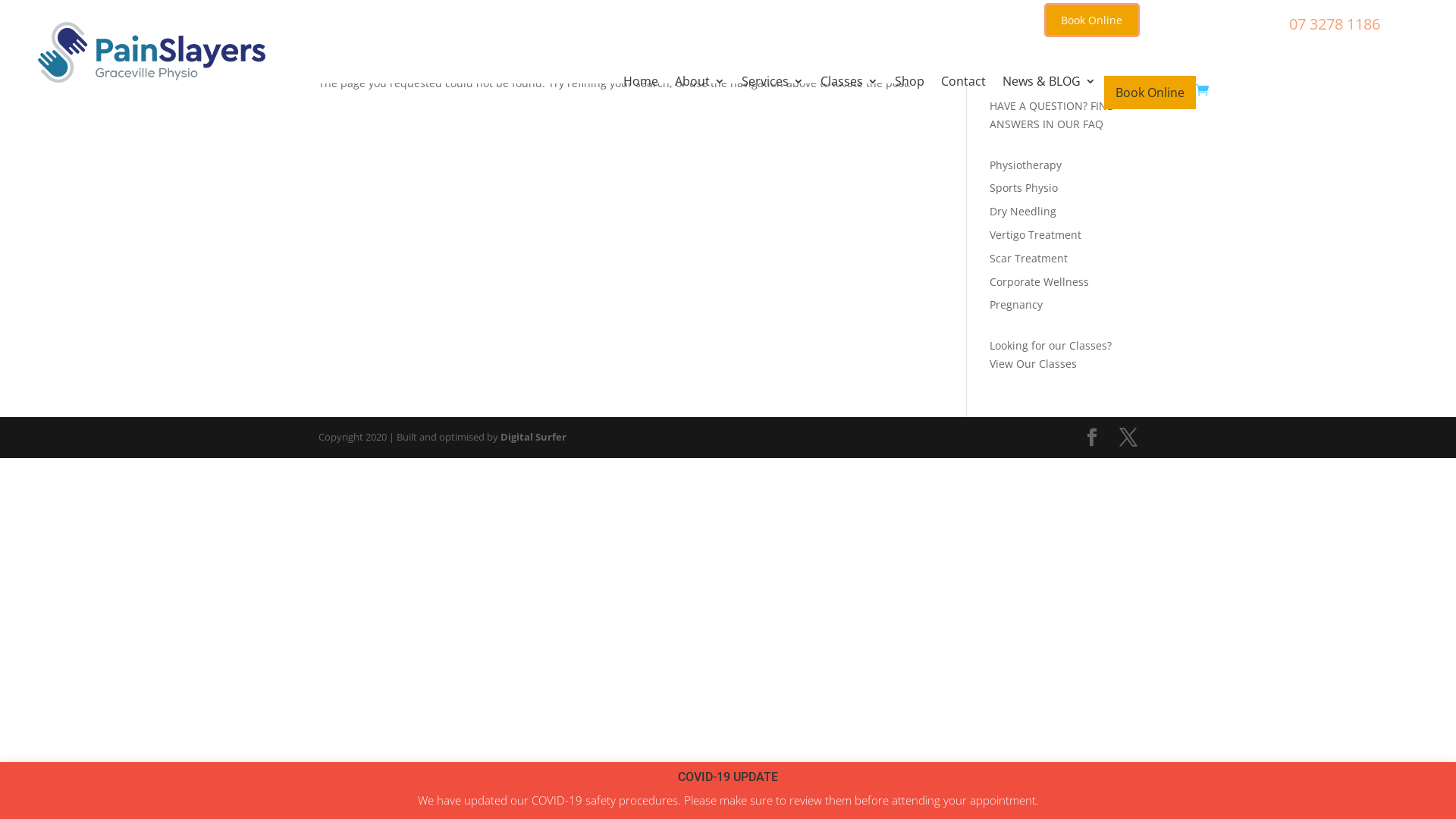  I want to click on 'Dry Needling', so click(1022, 211).